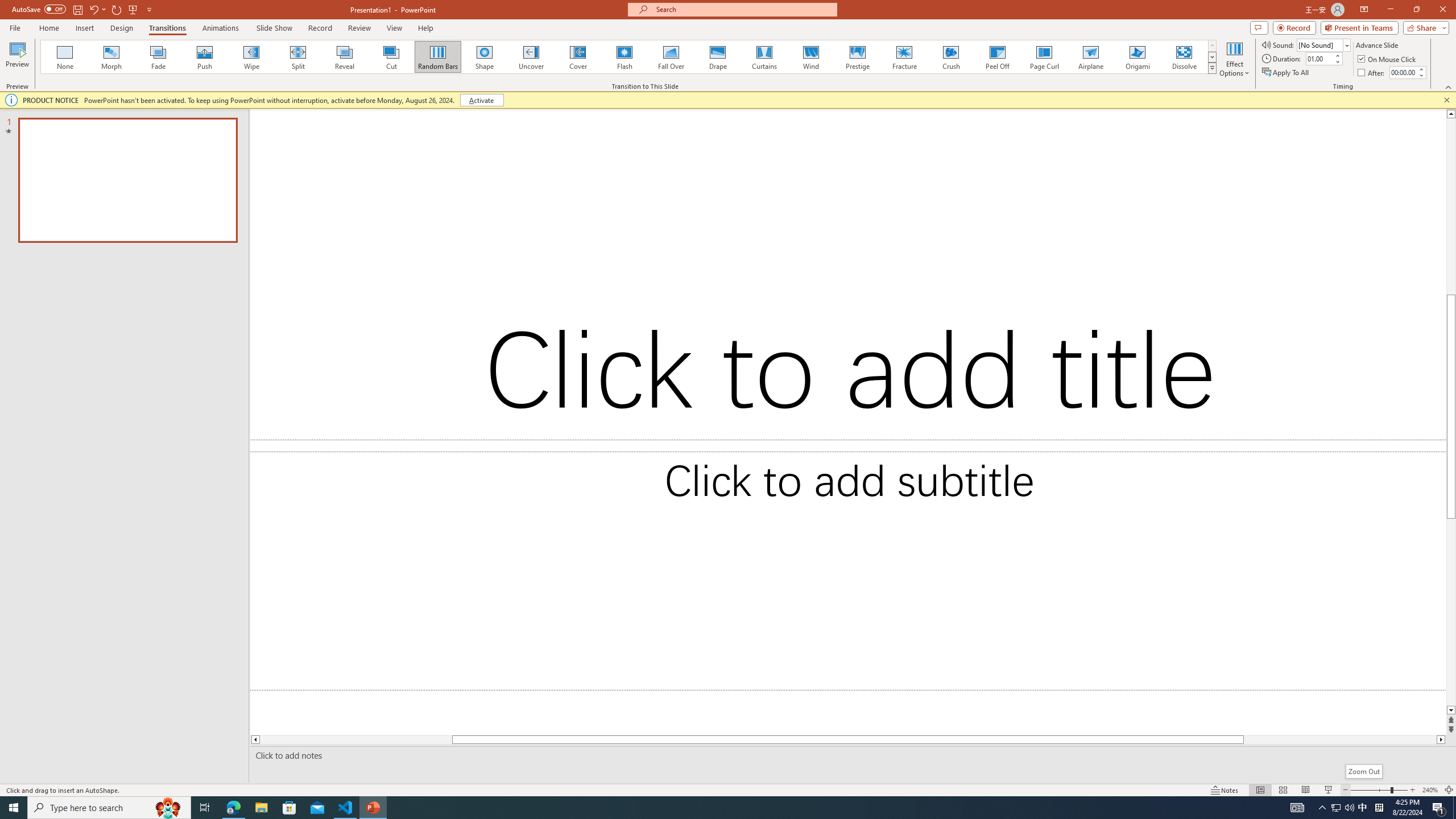 The height and width of the screenshot is (819, 1456). I want to click on 'On Mouse Click', so click(1387, 59).